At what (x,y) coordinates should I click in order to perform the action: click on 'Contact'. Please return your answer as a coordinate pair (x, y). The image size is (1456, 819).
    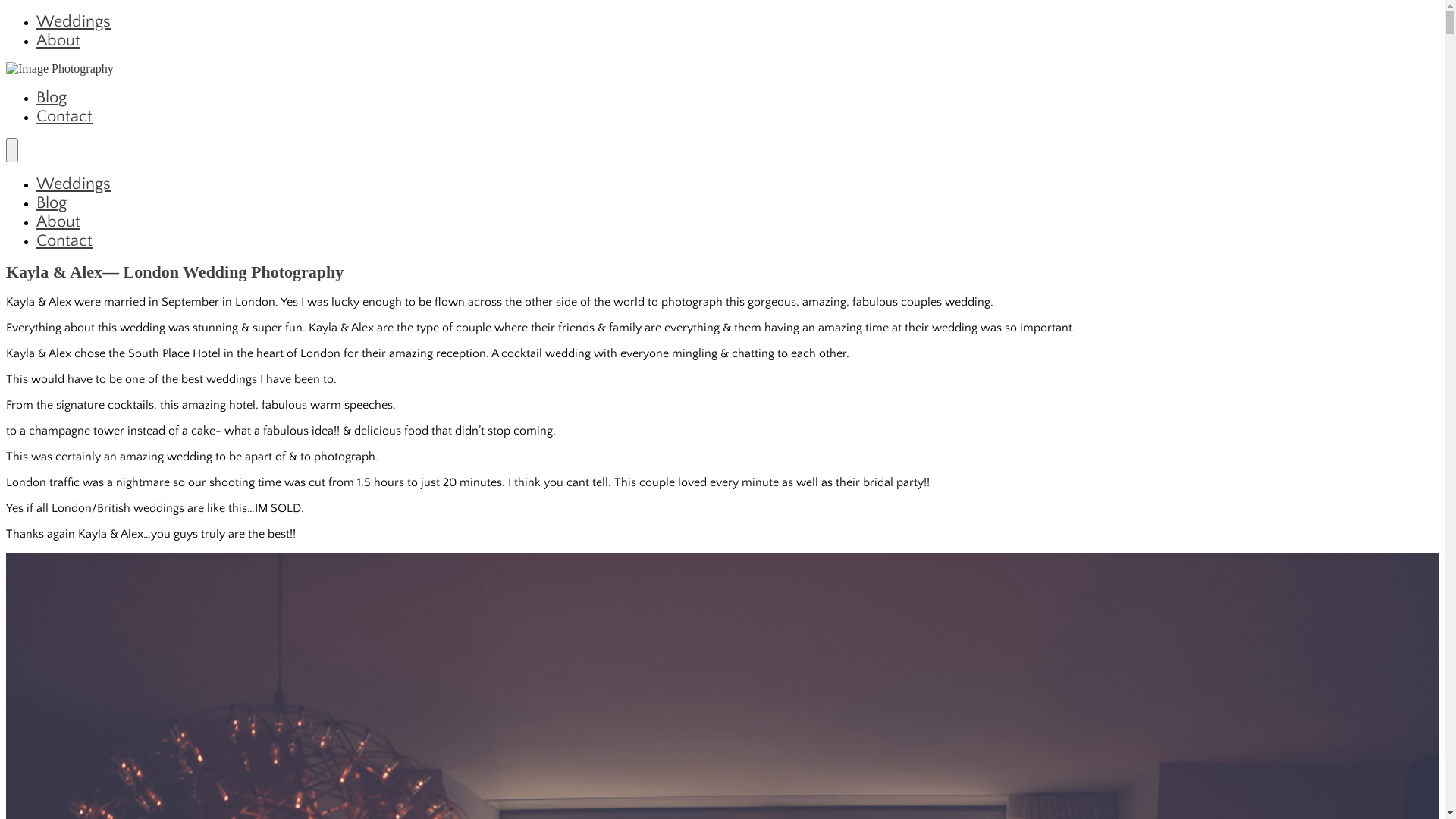
    Looking at the image, I should click on (64, 240).